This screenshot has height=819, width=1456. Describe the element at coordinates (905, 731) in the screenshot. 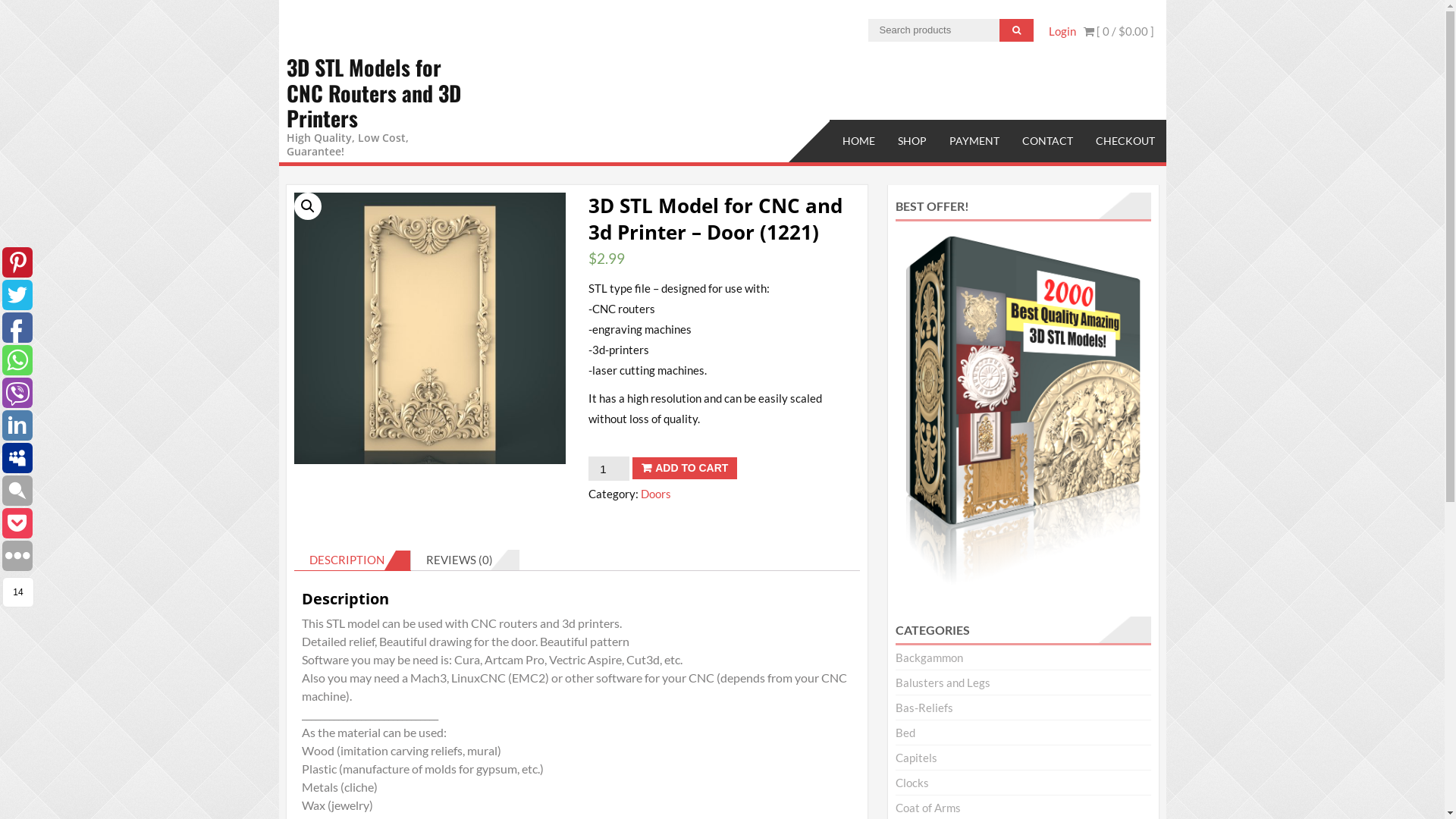

I see `'Bed'` at that location.